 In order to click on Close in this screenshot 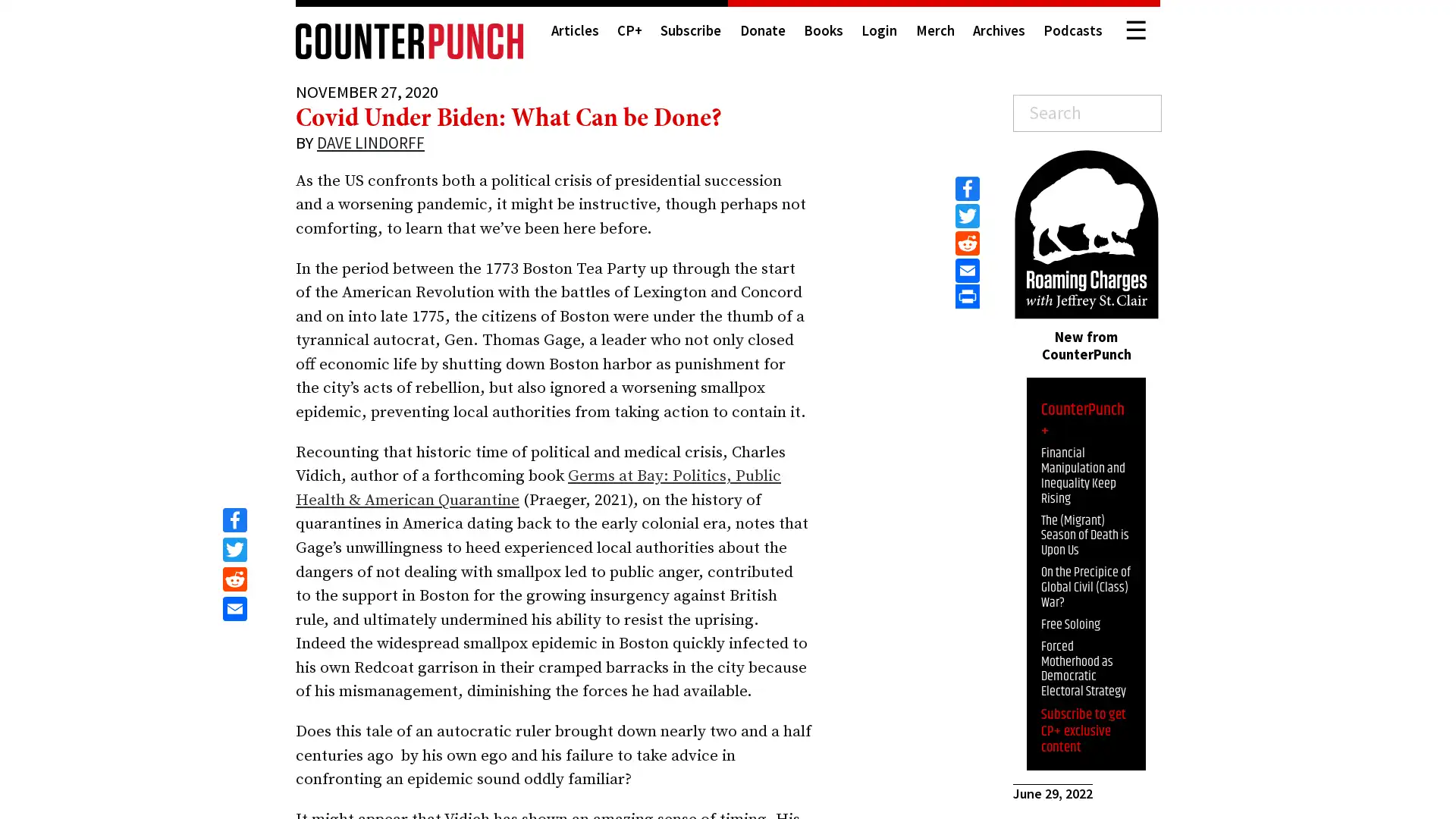, I will do `click(1429, 657)`.